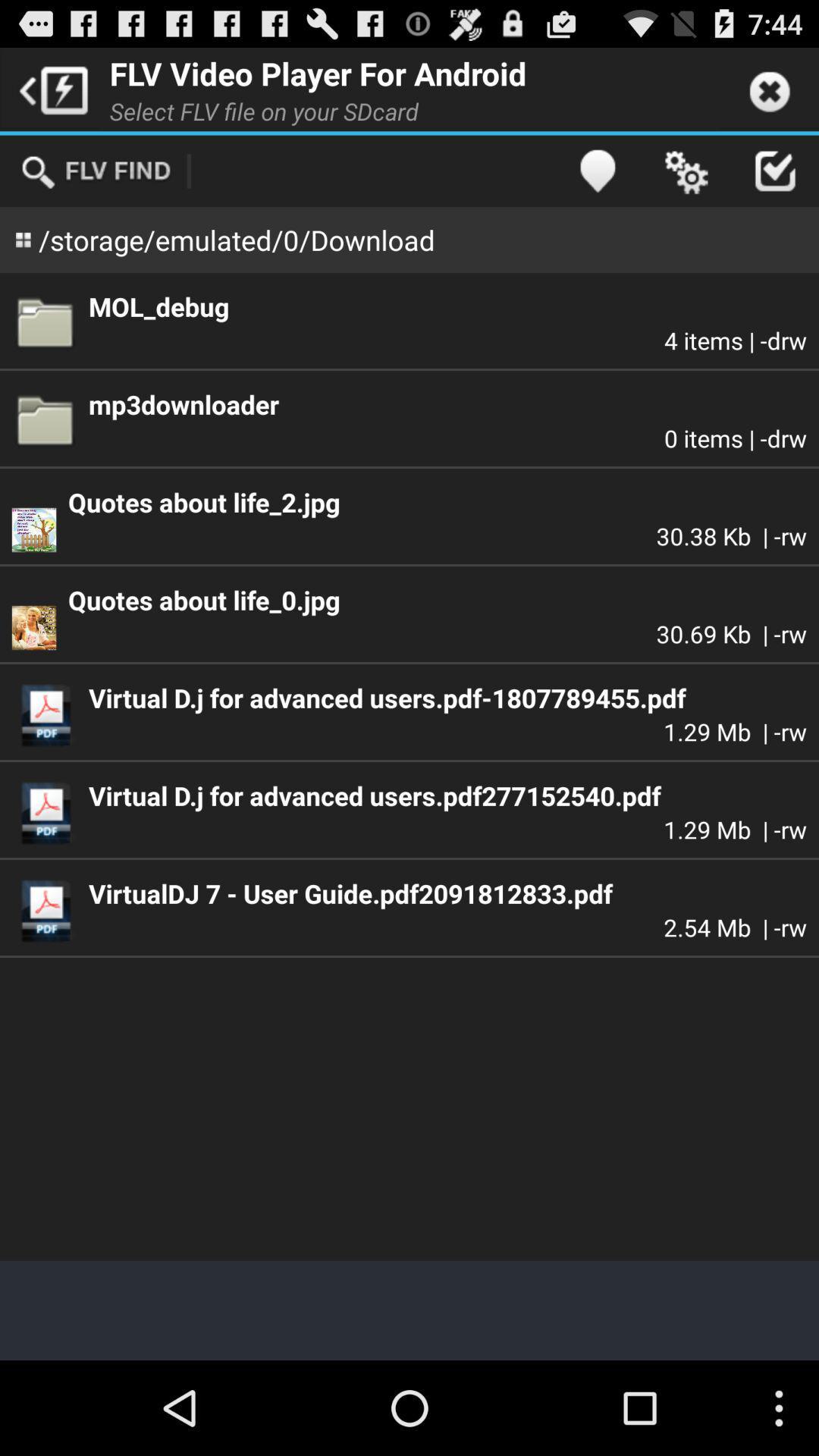  What do you see at coordinates (49, 88) in the screenshot?
I see `app next to the flv video player item` at bounding box center [49, 88].